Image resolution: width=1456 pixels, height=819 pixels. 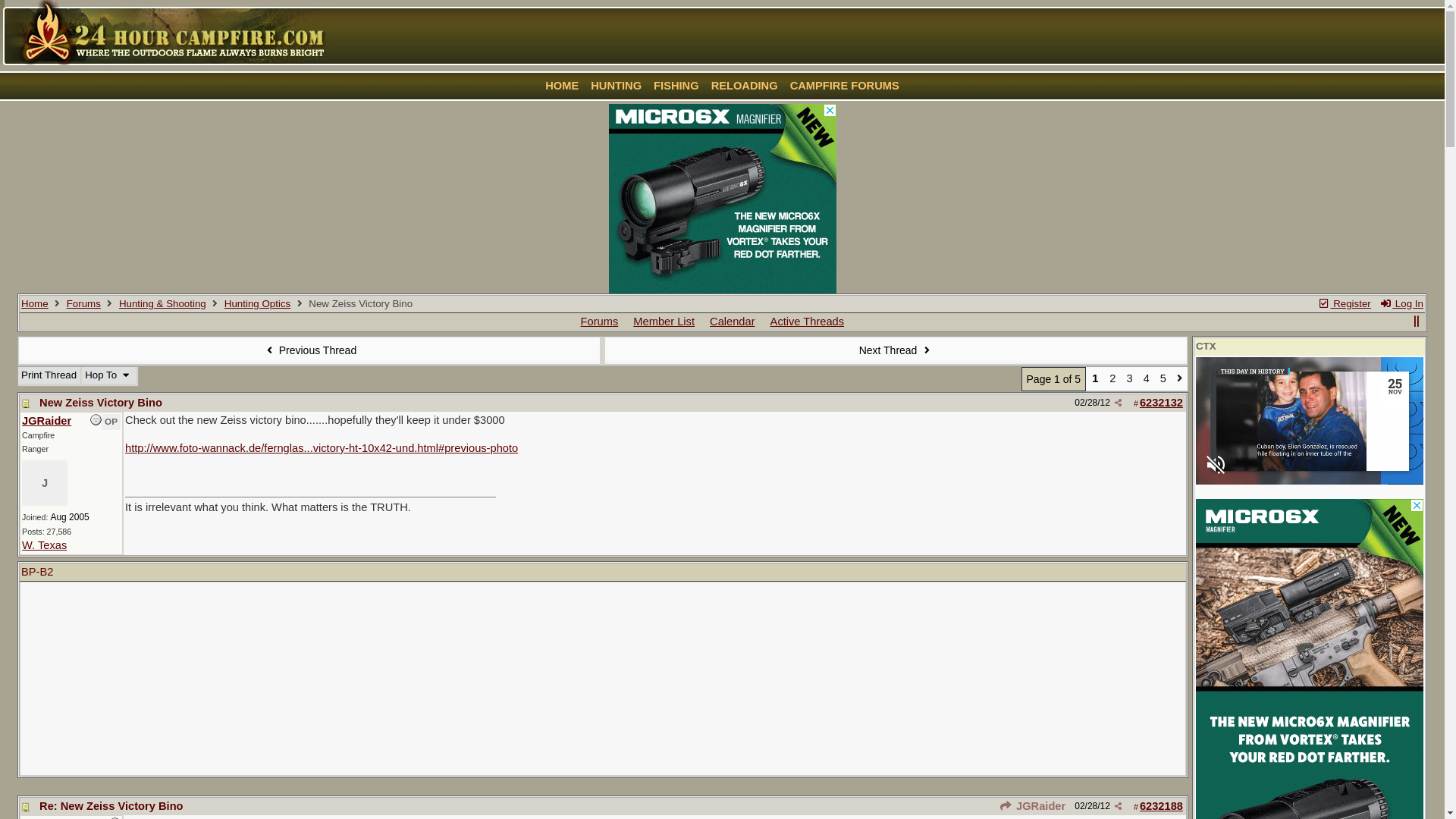 What do you see at coordinates (1128, 378) in the screenshot?
I see `'3'` at bounding box center [1128, 378].